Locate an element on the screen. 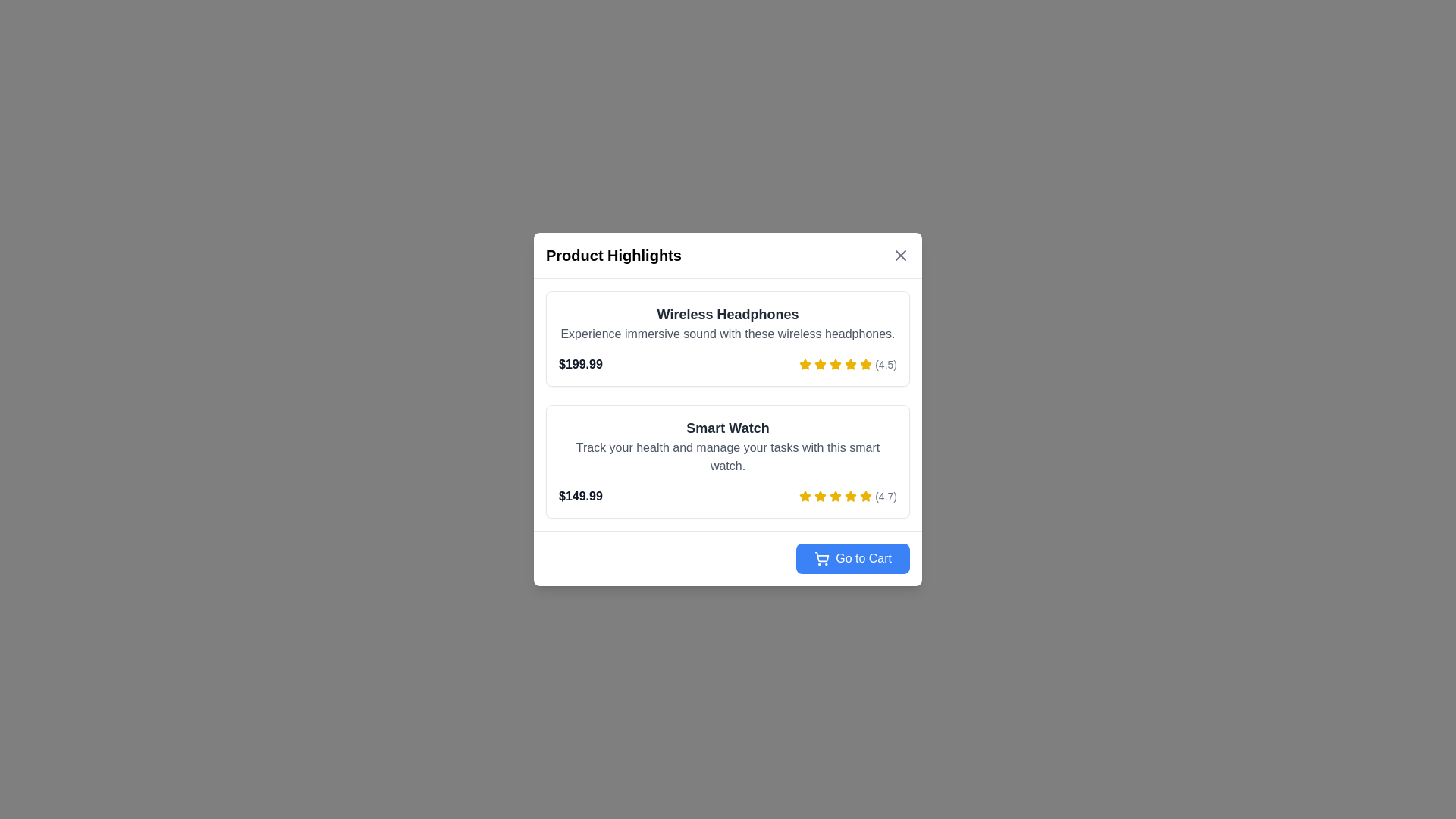 The image size is (1456, 819). first star icon representing the rating for the 'Wireless Headphones' product located in the product highlights section is located at coordinates (820, 364).